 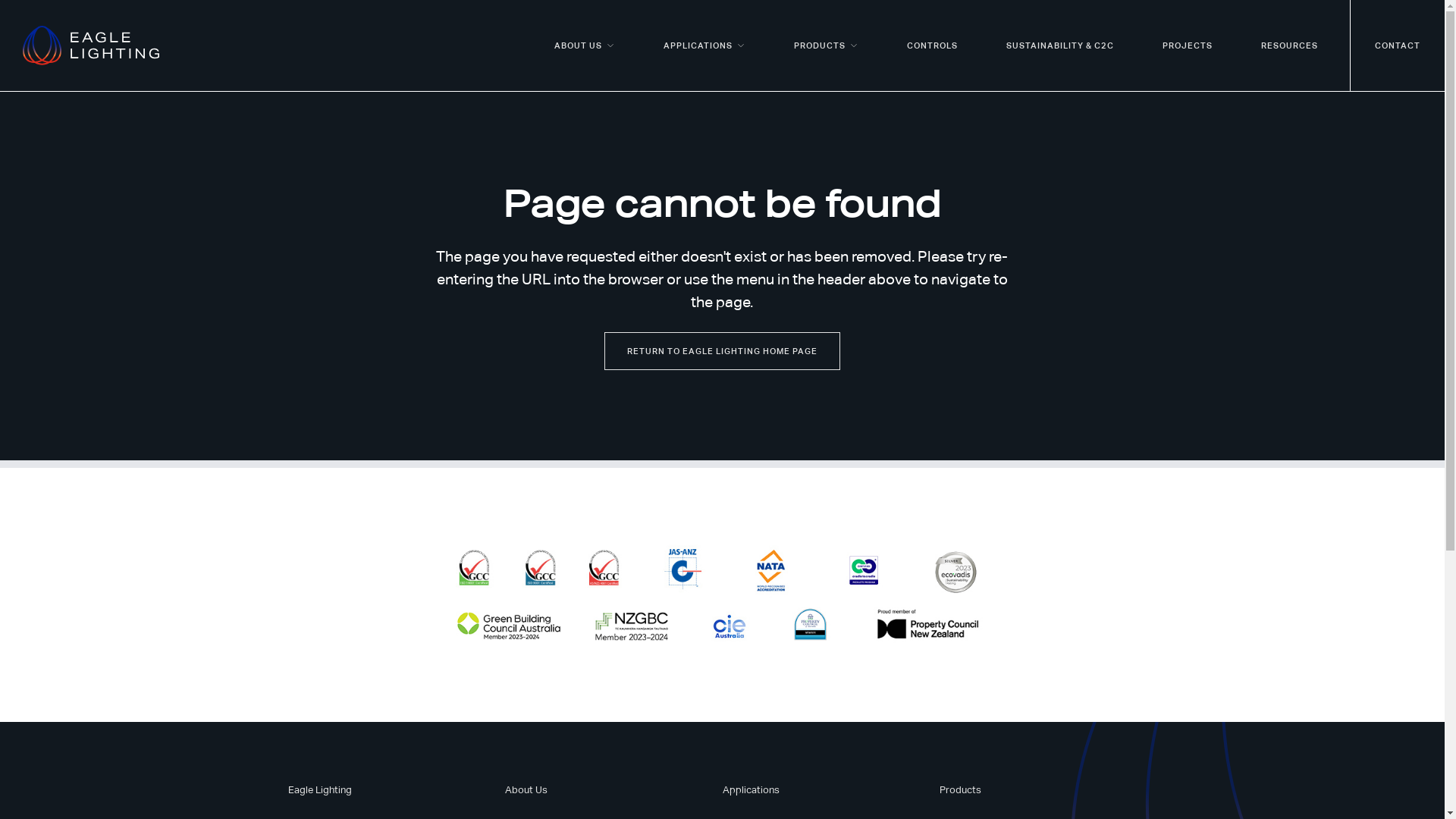 What do you see at coordinates (526, 789) in the screenshot?
I see `'About Us'` at bounding box center [526, 789].